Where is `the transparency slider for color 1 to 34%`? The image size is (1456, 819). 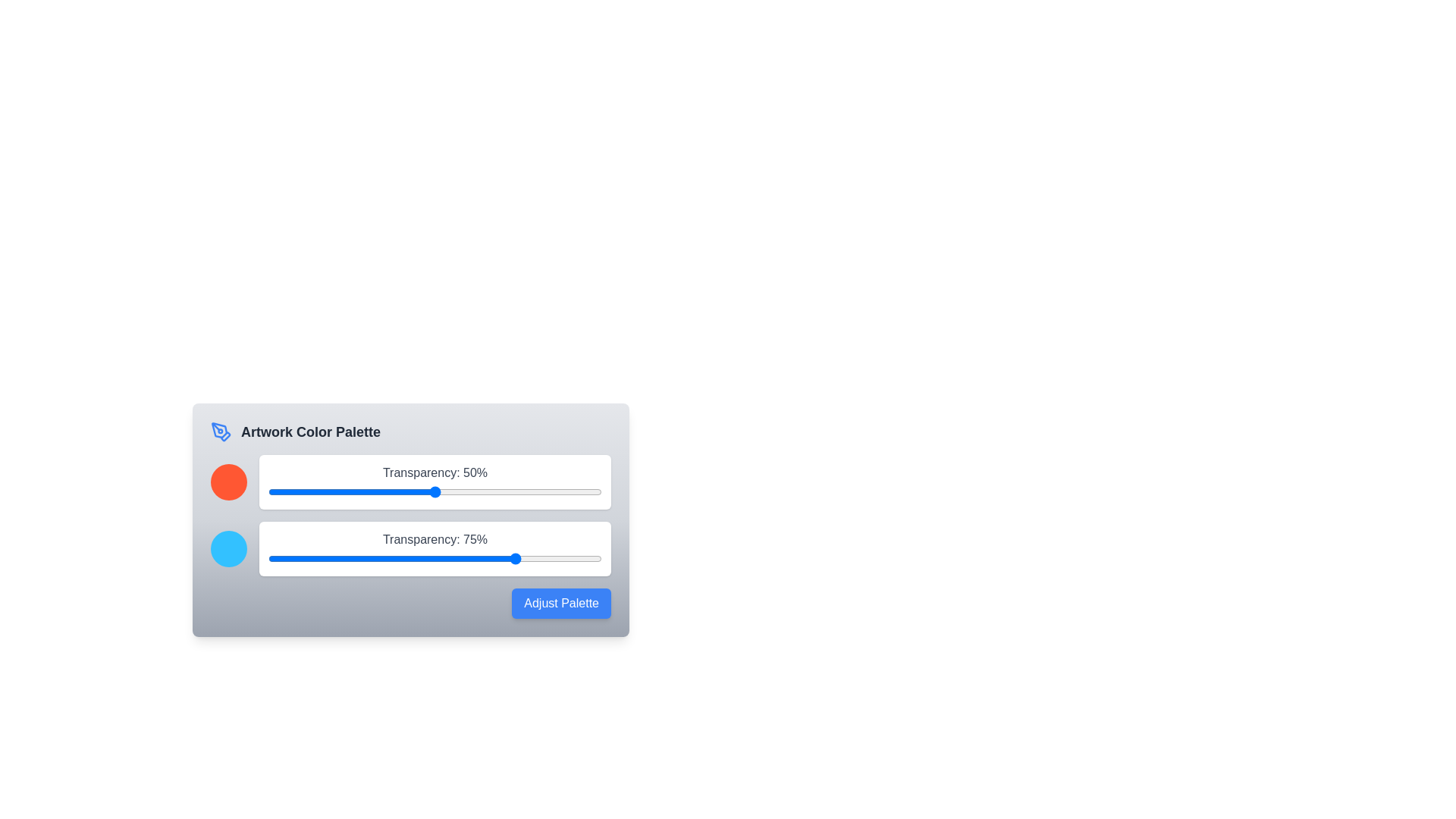
the transparency slider for color 1 to 34% is located at coordinates (381, 491).